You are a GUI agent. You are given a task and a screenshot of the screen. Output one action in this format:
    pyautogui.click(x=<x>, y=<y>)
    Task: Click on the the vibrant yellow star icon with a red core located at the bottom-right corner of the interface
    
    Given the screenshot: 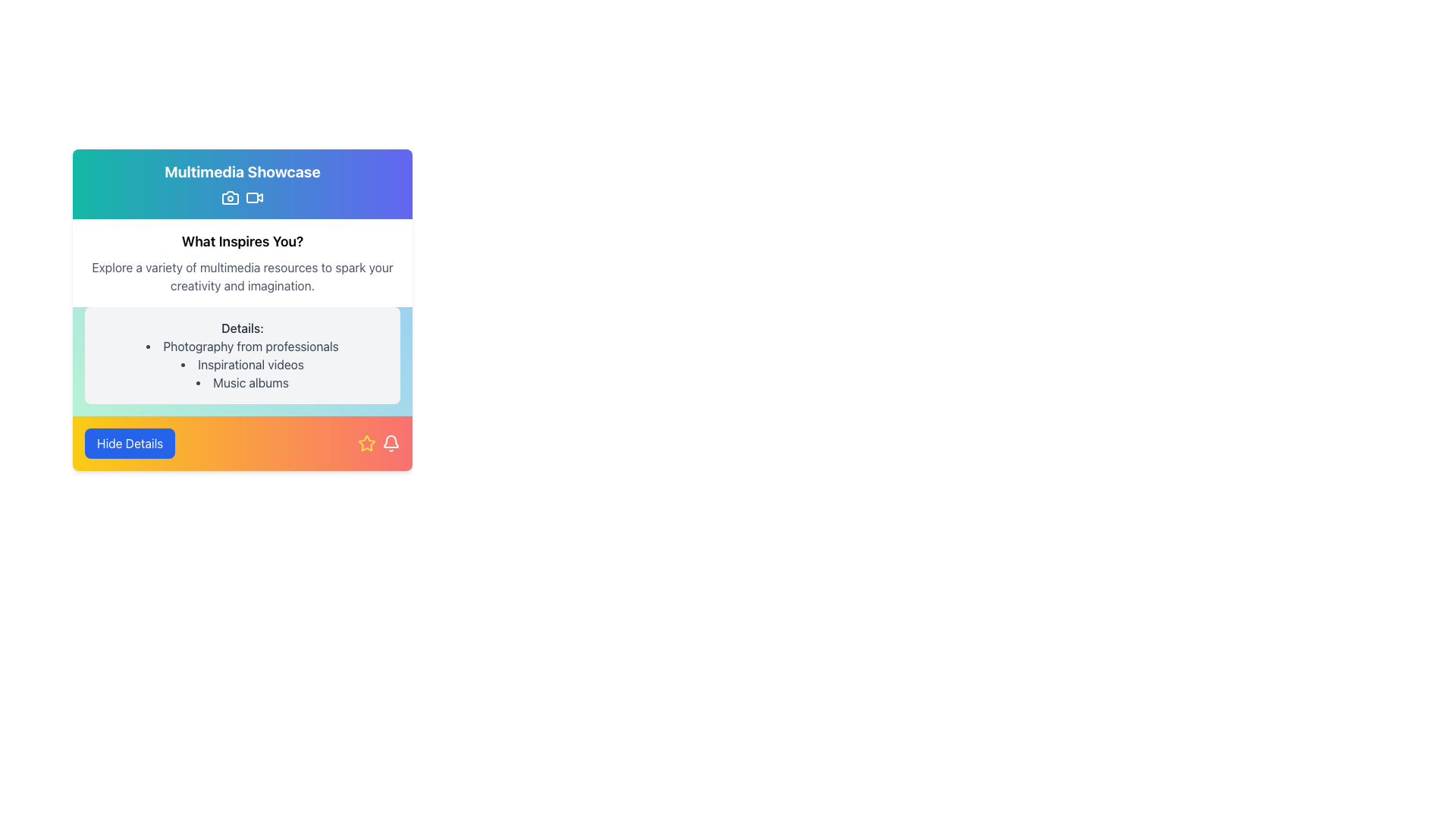 What is the action you would take?
    pyautogui.click(x=367, y=443)
    